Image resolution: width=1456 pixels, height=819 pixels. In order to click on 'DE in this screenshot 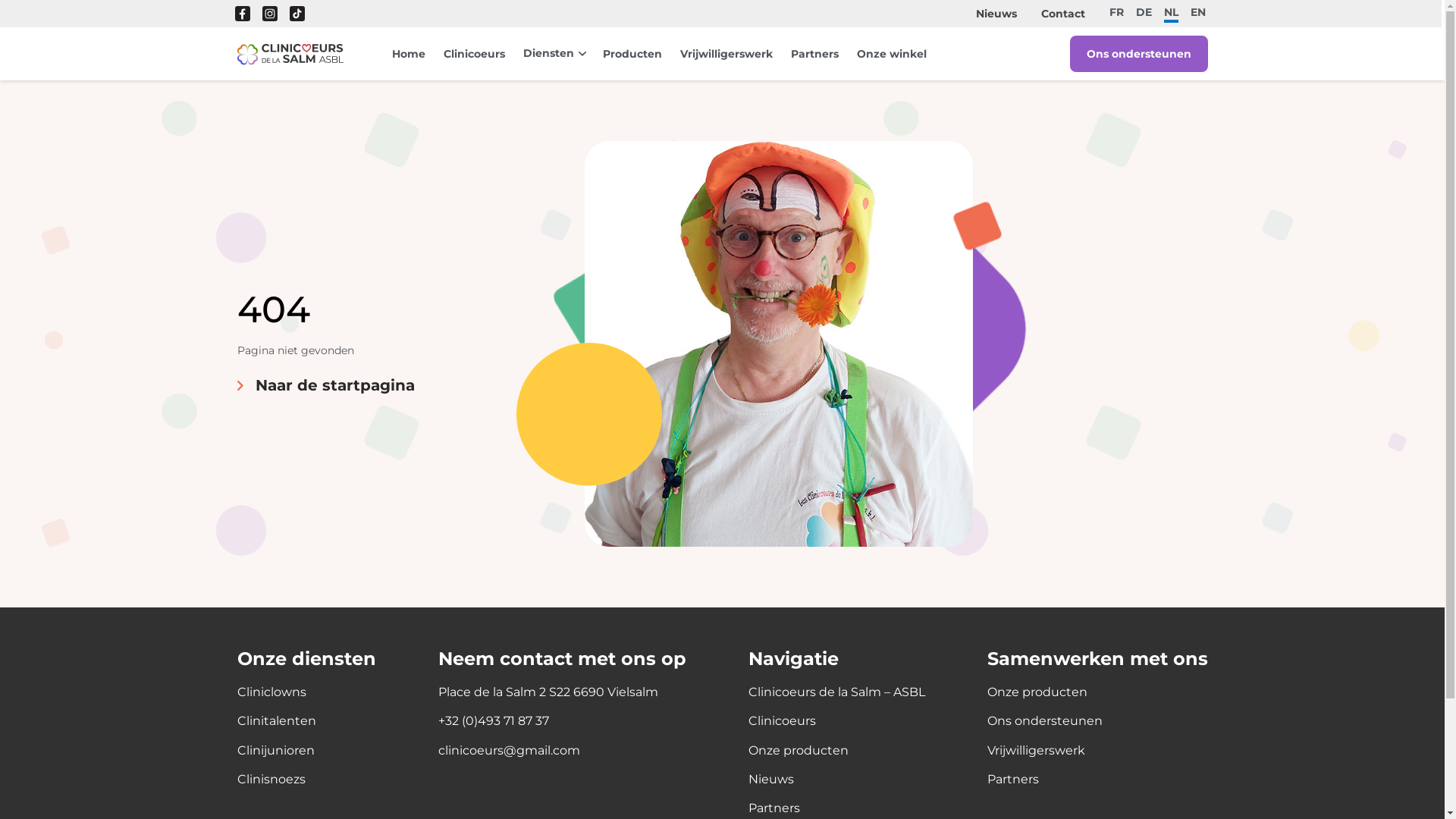, I will do `click(1144, 11)`.